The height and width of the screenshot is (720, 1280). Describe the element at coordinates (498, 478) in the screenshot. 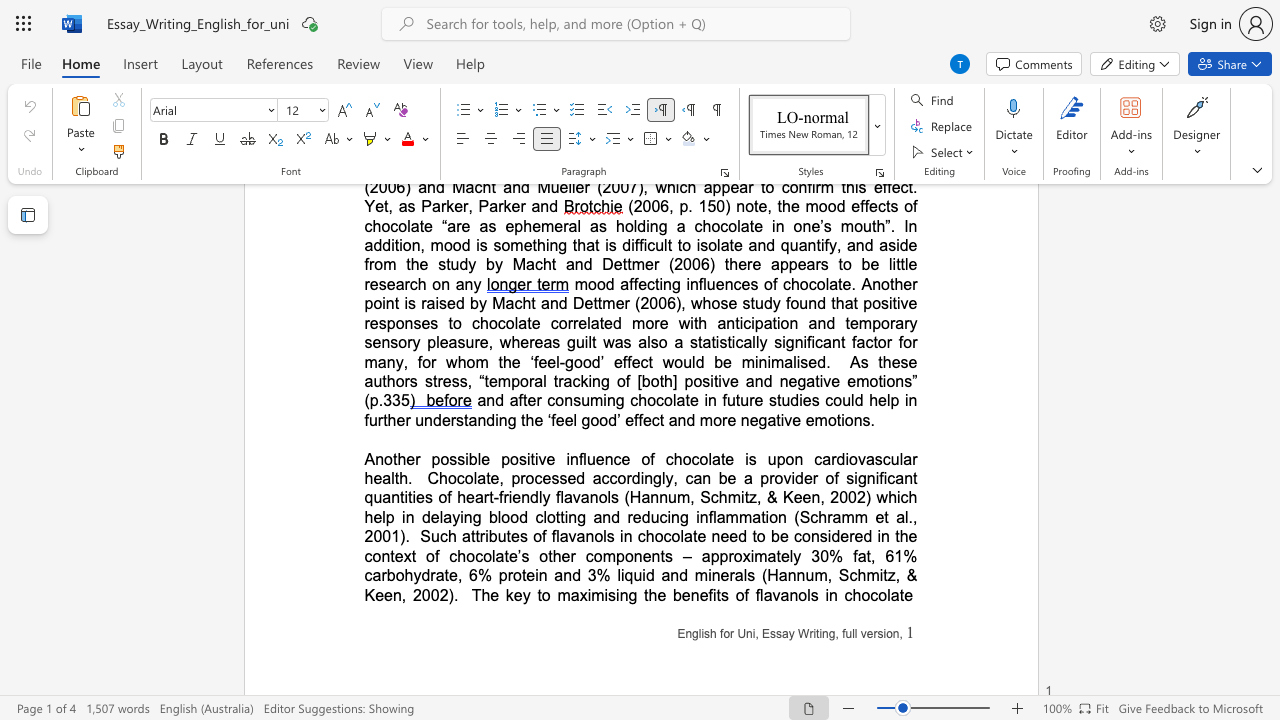

I see `the space between the continuous character "e" and "," in the text` at that location.